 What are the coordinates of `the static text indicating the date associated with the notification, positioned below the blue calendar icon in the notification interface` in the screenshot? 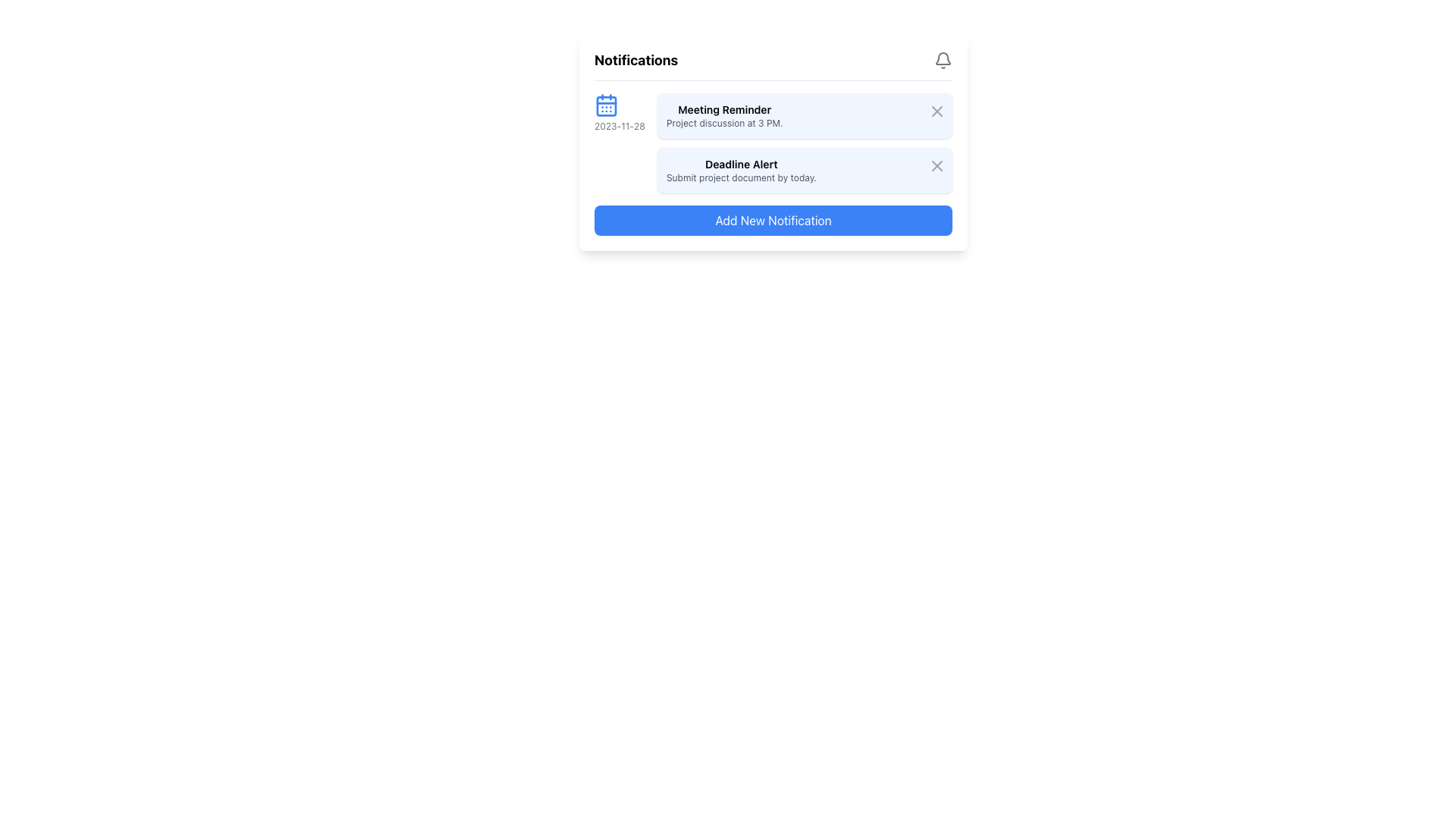 It's located at (620, 125).